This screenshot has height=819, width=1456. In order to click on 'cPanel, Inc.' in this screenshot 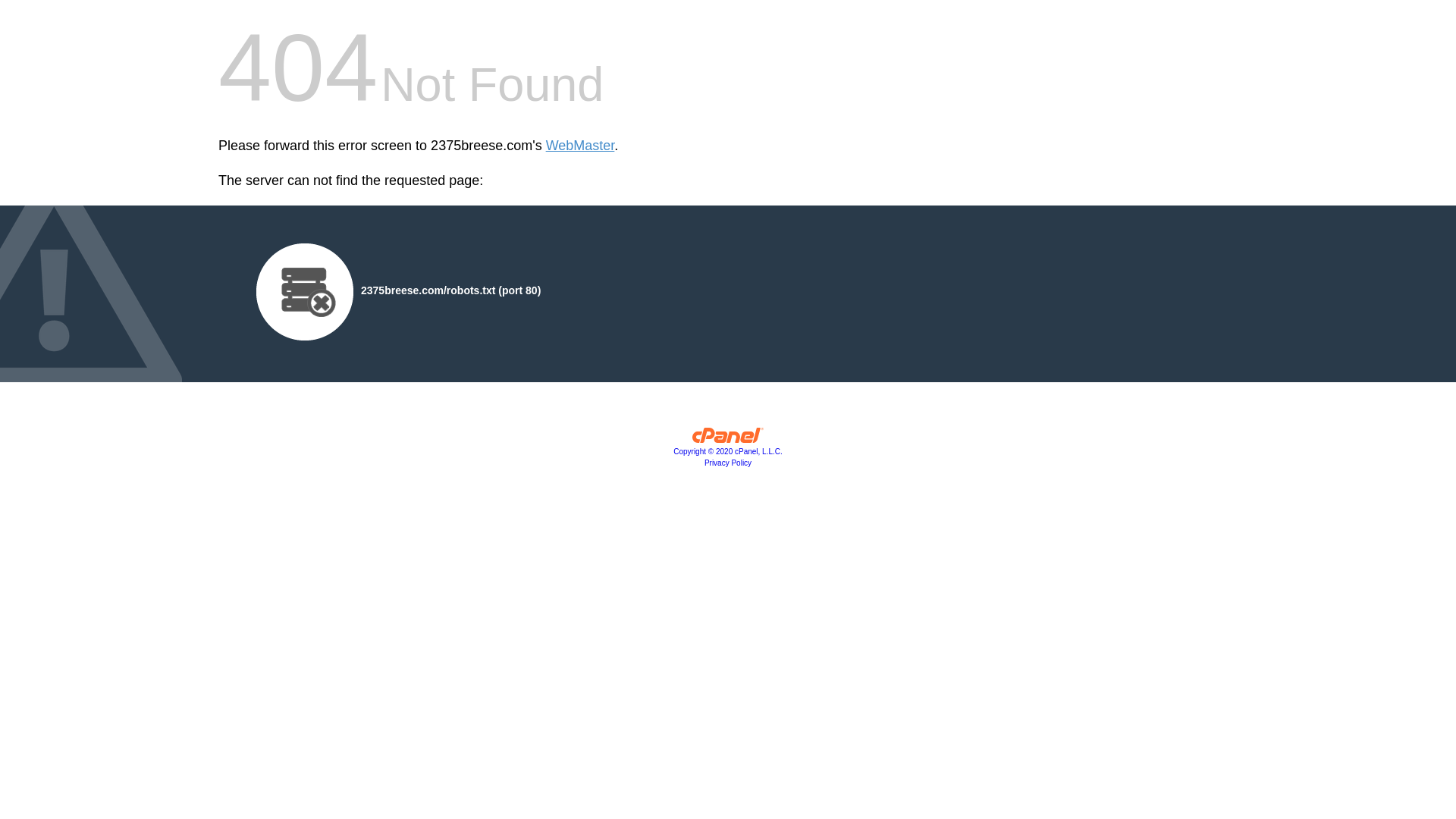, I will do `click(728, 438)`.